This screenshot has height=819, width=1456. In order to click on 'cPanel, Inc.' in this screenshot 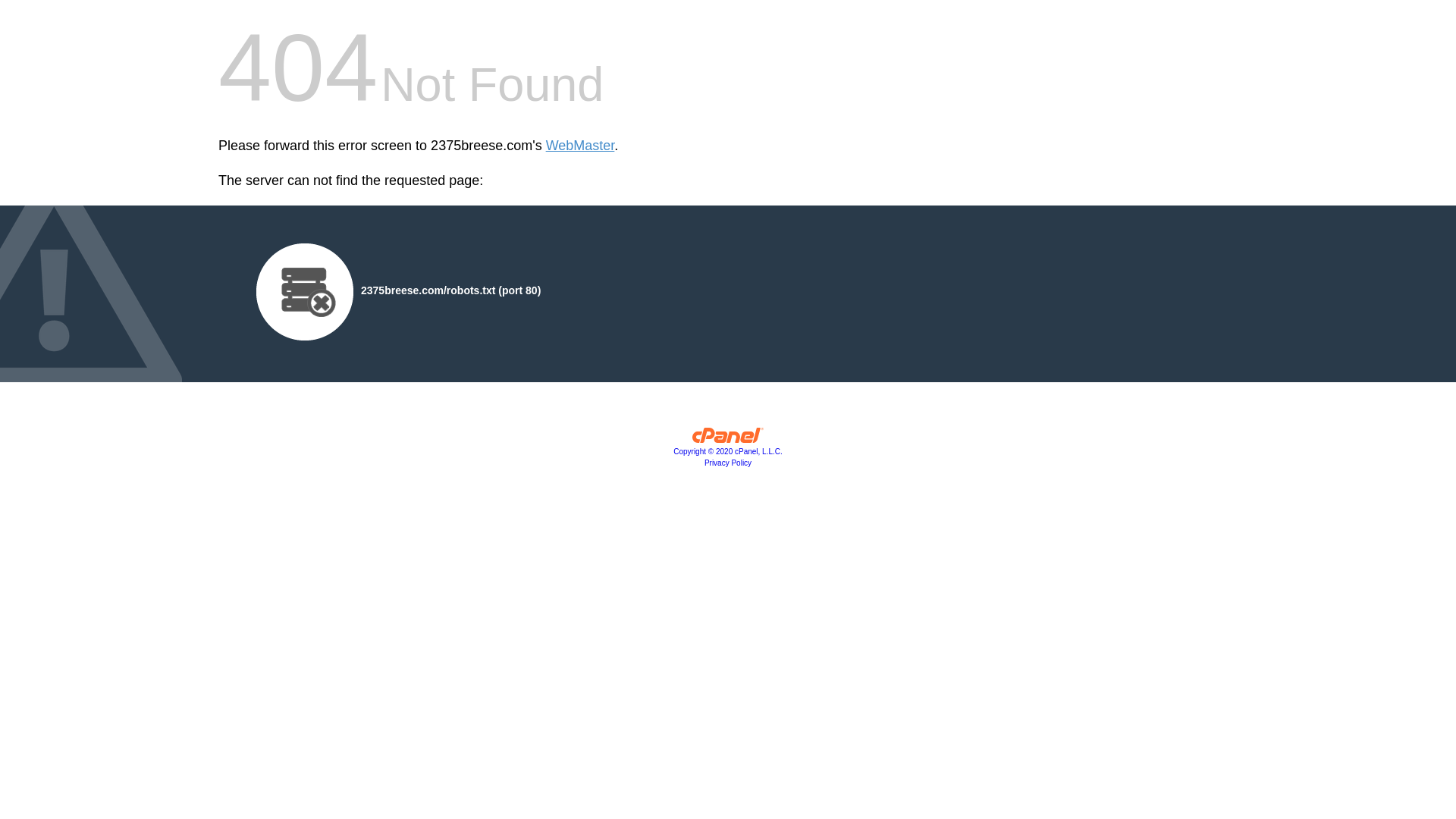, I will do `click(728, 438)`.